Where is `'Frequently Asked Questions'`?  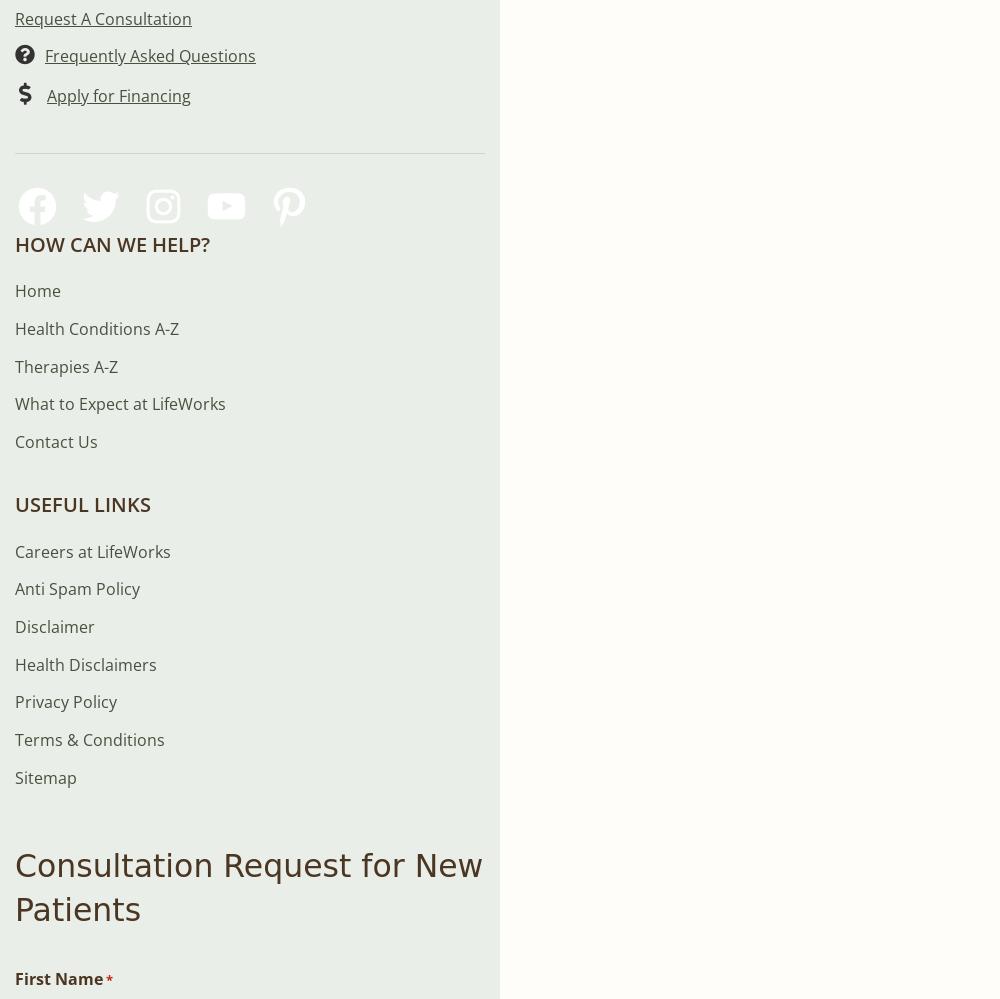 'Frequently Asked Questions' is located at coordinates (150, 56).